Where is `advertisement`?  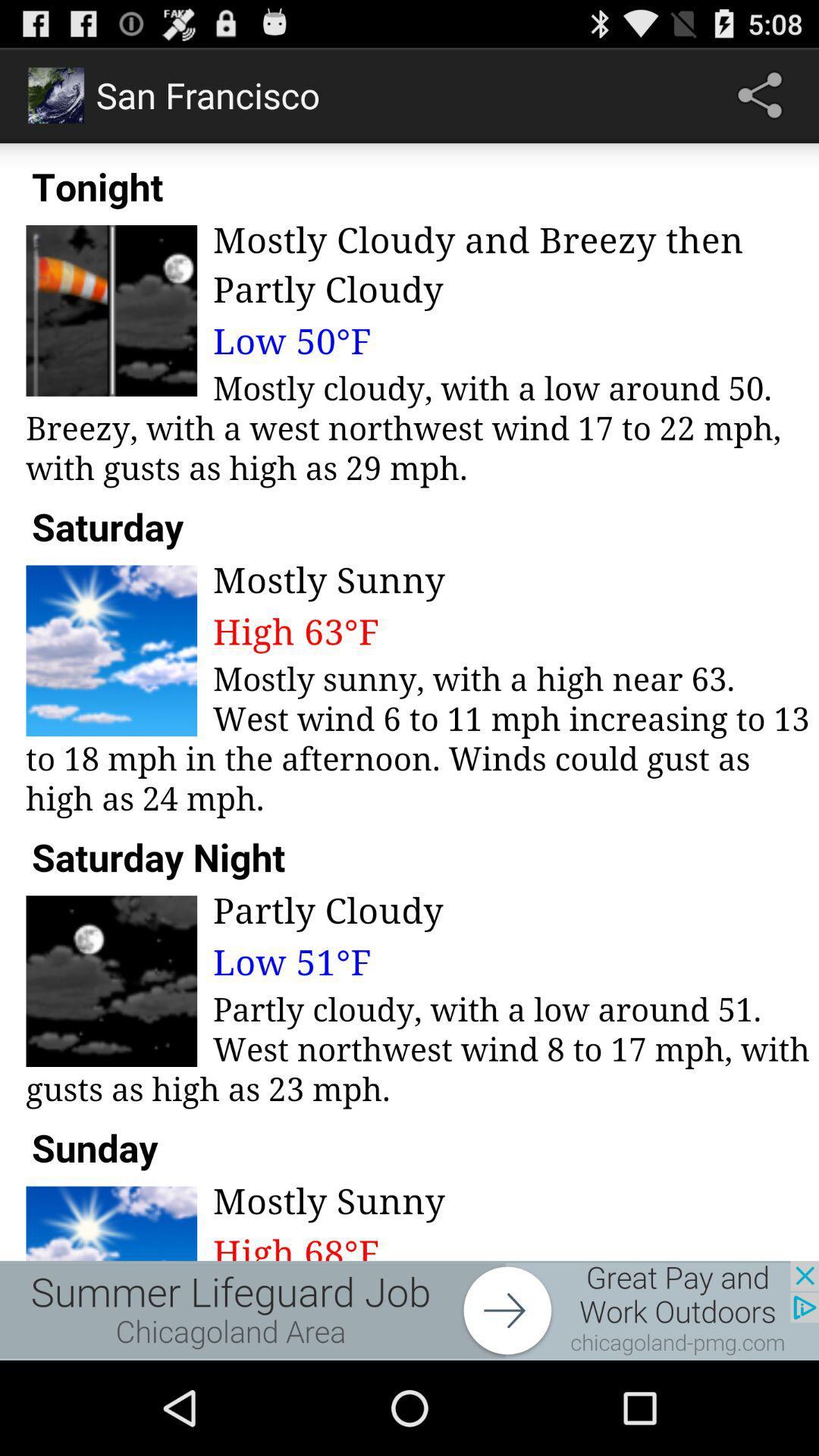
advertisement is located at coordinates (409, 1310).